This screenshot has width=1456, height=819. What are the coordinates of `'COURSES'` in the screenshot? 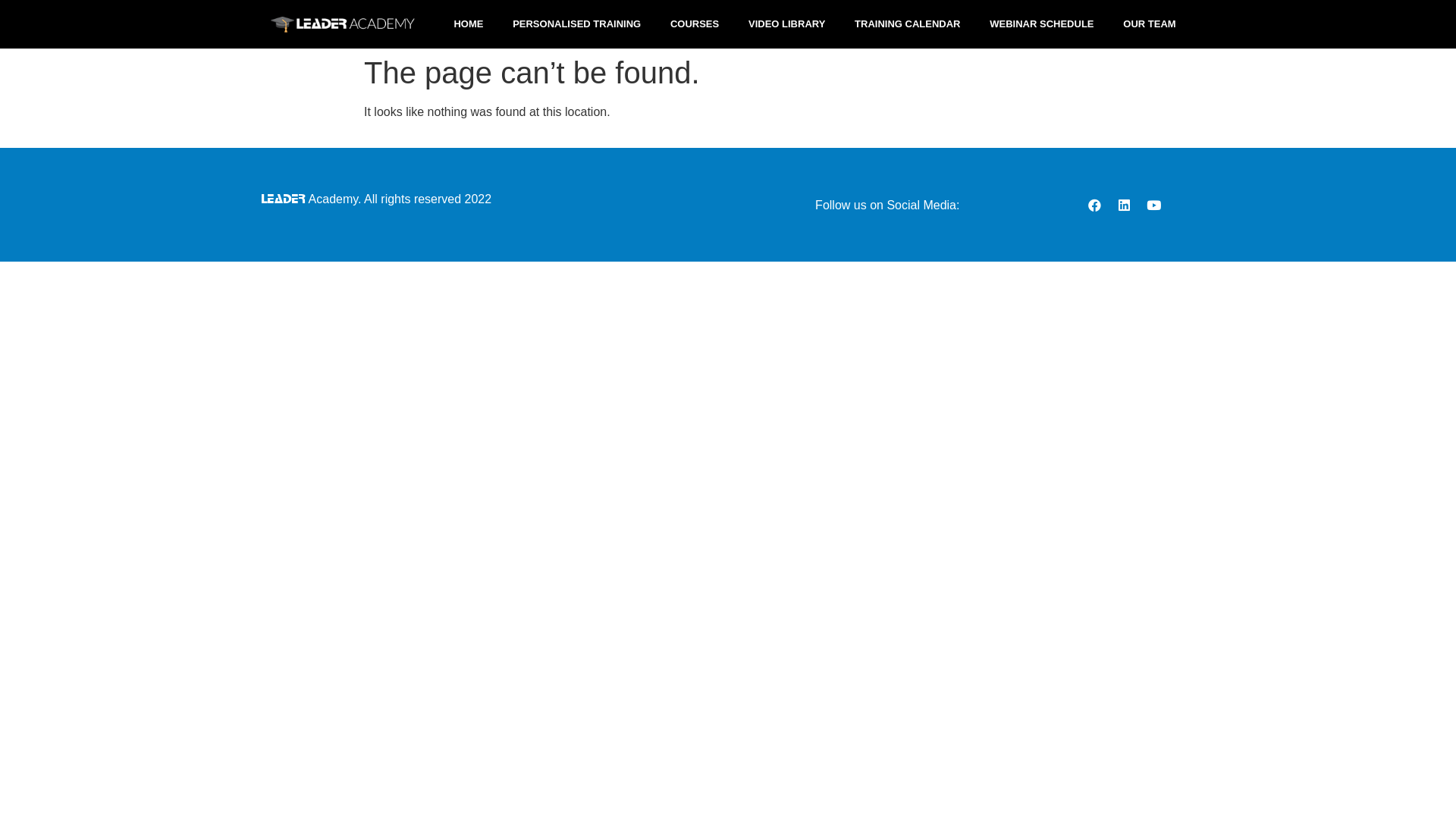 It's located at (655, 24).